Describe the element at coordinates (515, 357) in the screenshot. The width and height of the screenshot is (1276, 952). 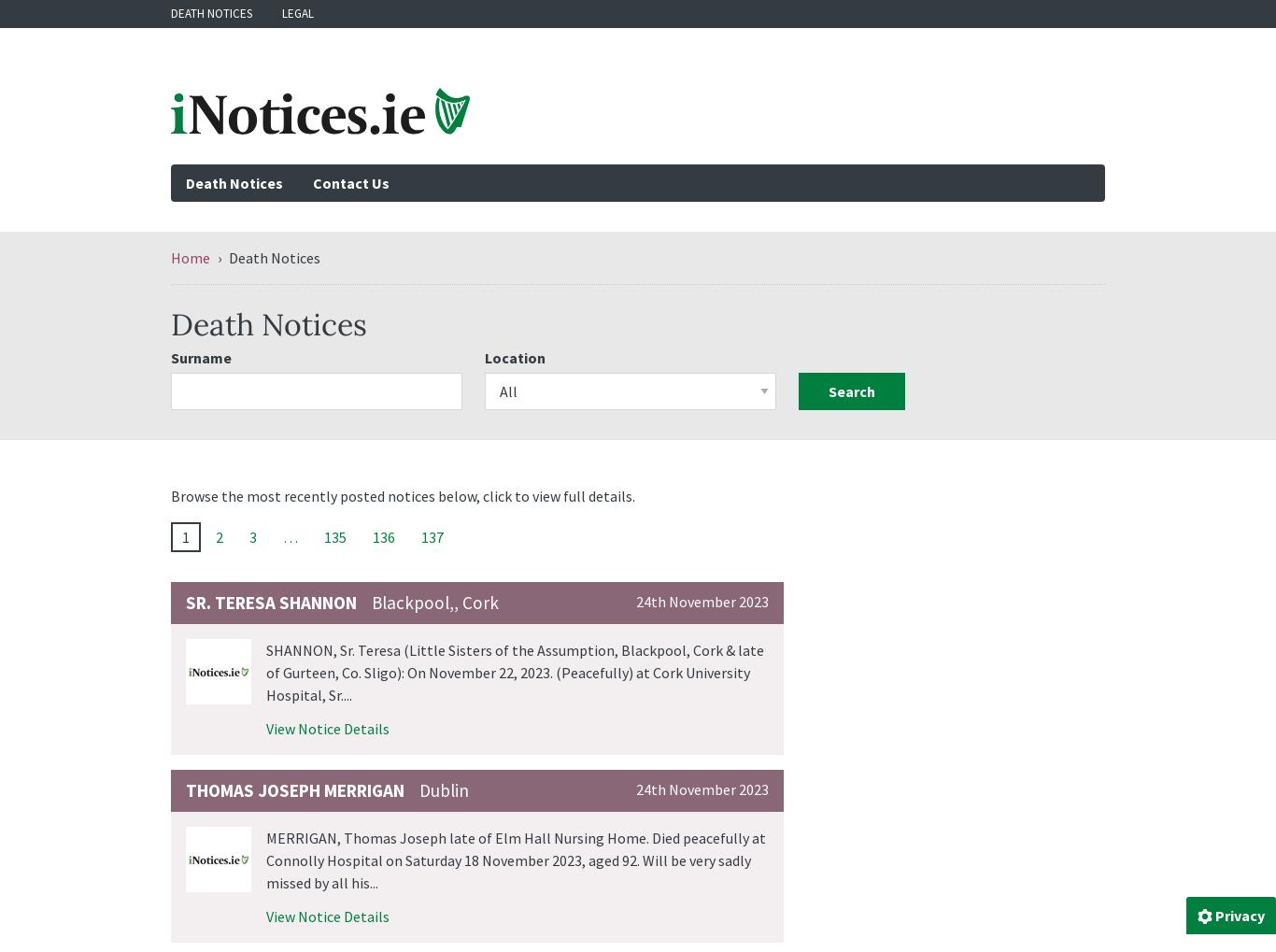
I see `'Location'` at that location.